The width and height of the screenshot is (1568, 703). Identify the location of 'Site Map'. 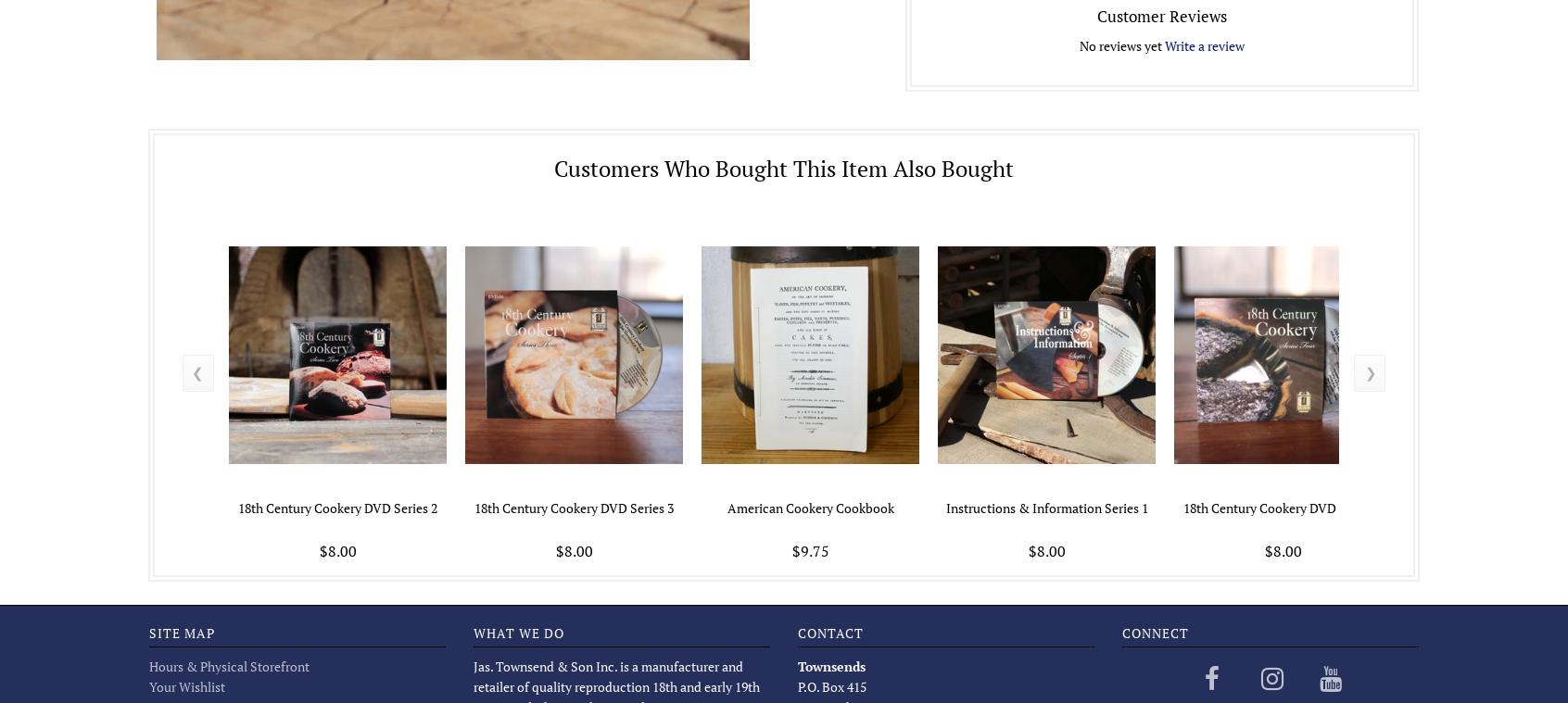
(180, 632).